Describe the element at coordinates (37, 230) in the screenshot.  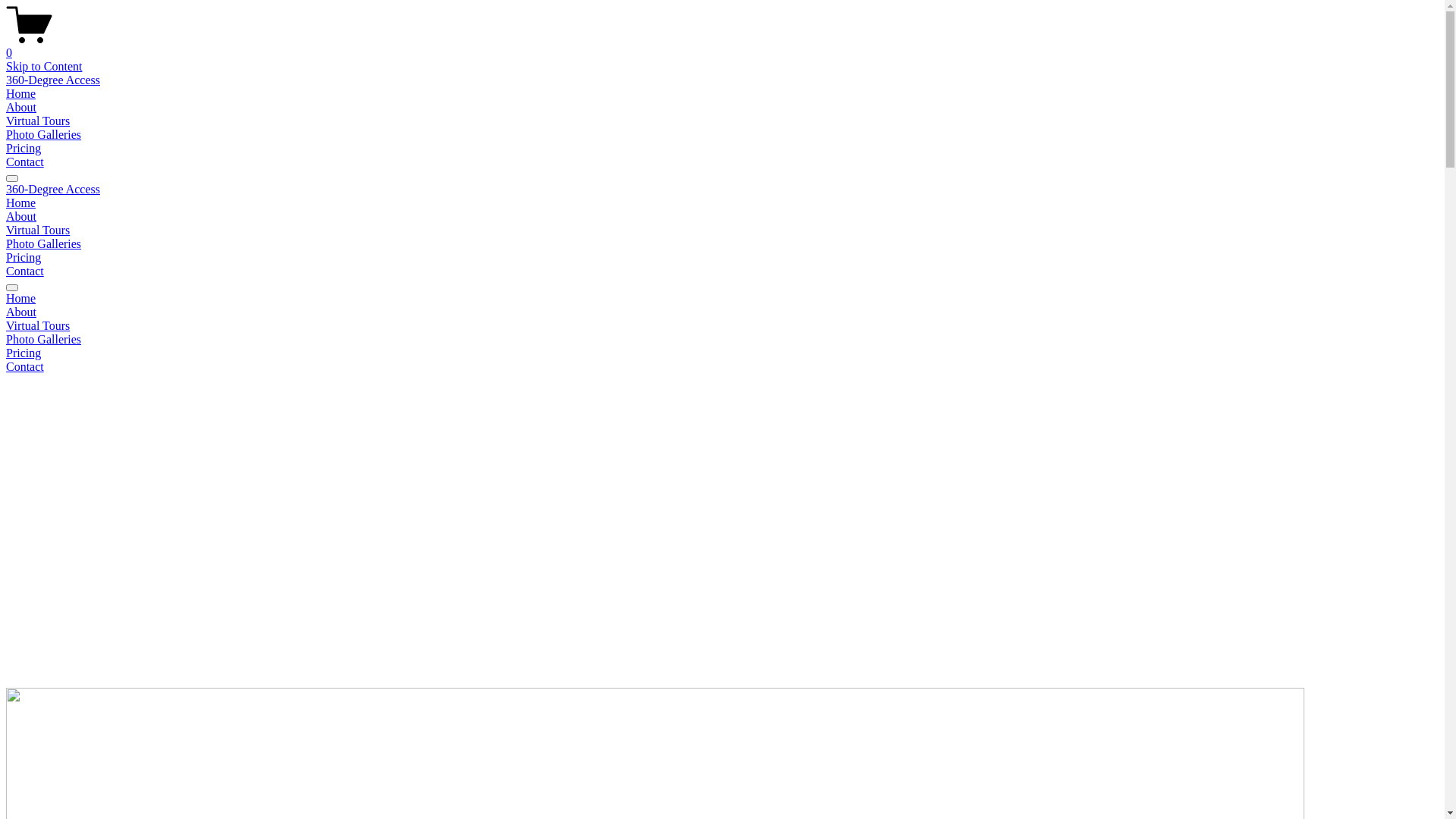
I see `'Virtual Tours'` at that location.